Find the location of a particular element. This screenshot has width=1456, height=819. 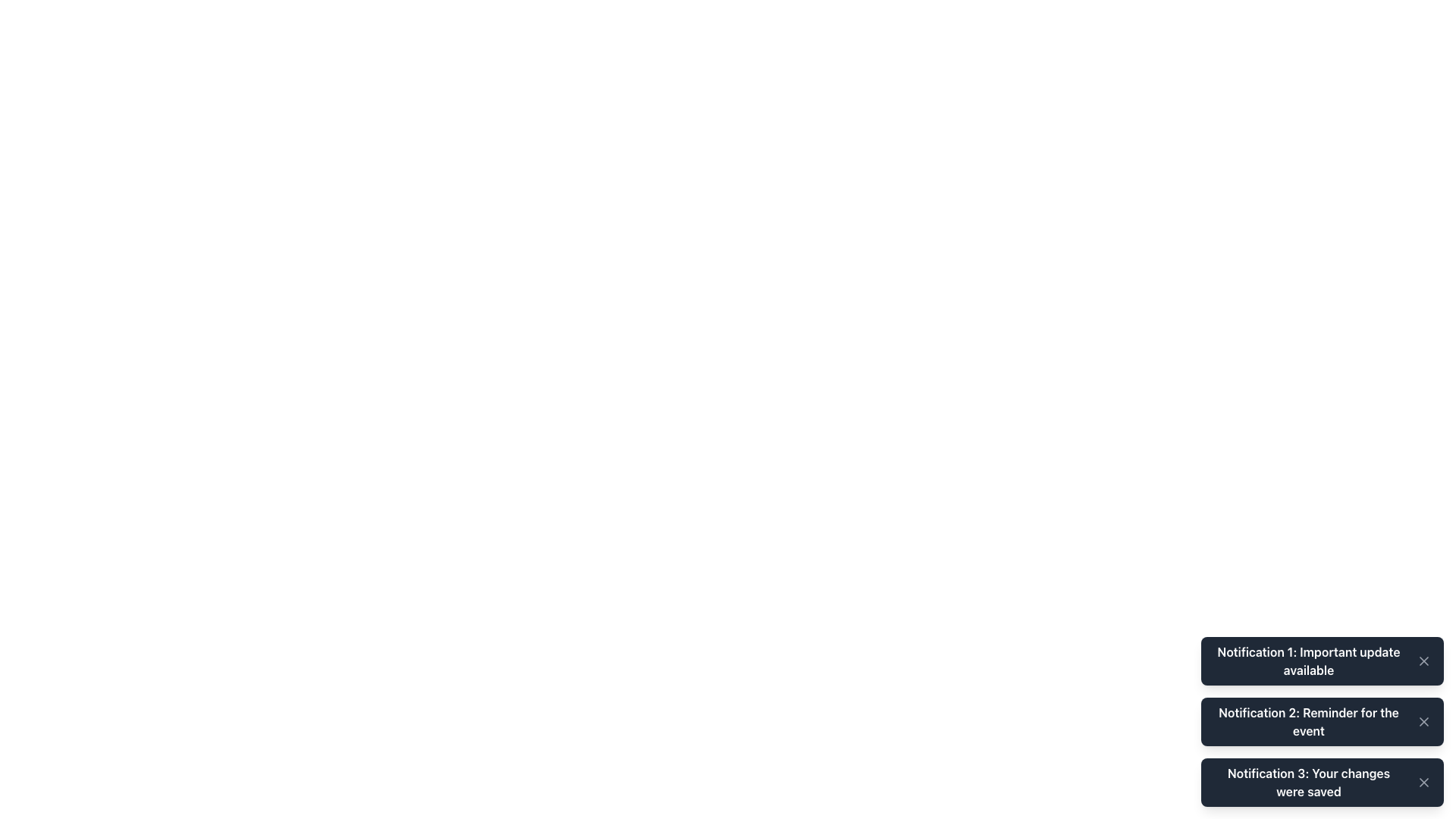

the close button on the 'Notification 2: Reminder for the event' is located at coordinates (1423, 721).